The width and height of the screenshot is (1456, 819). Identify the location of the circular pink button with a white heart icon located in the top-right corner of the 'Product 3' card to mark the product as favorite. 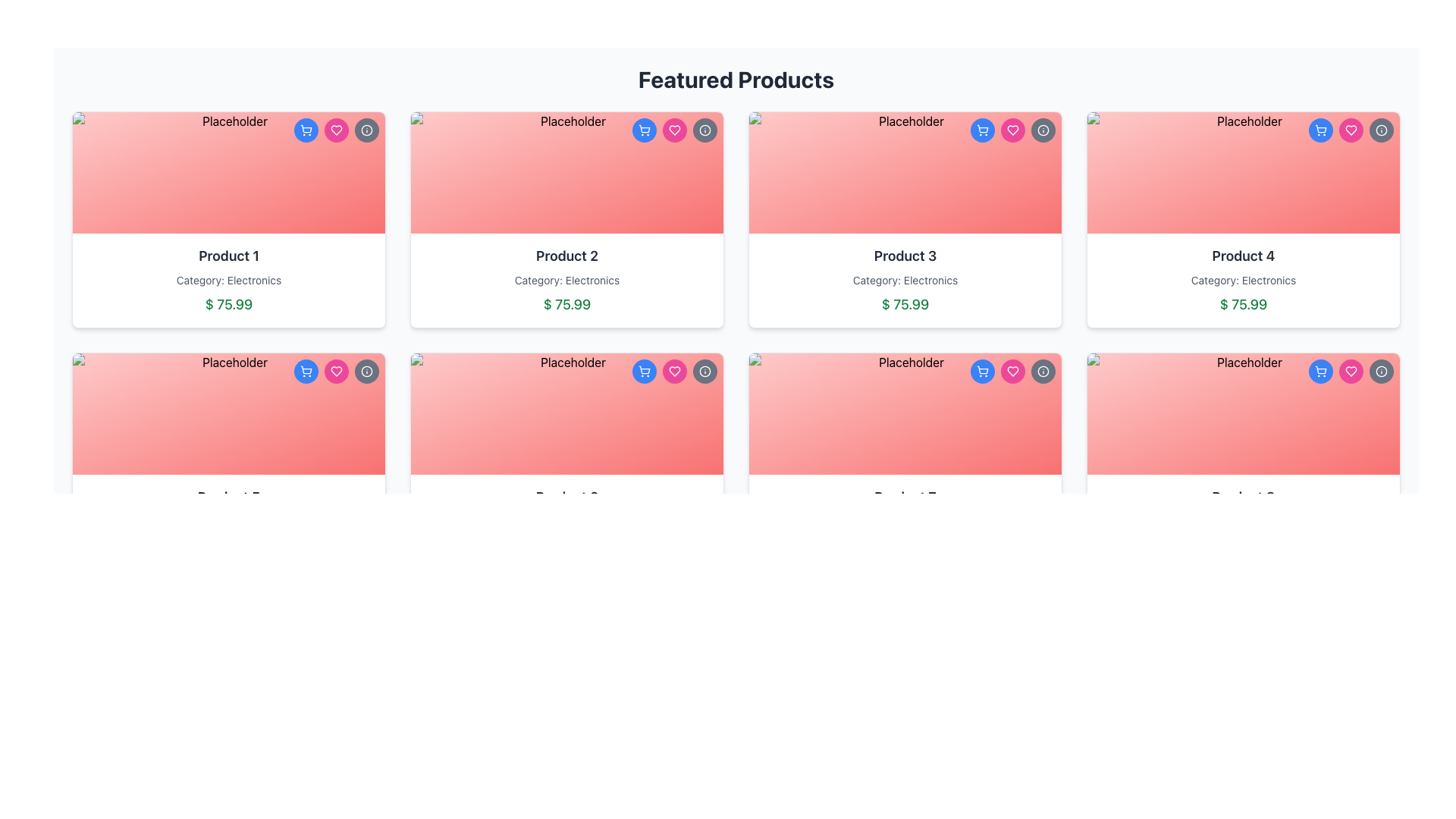
(1012, 130).